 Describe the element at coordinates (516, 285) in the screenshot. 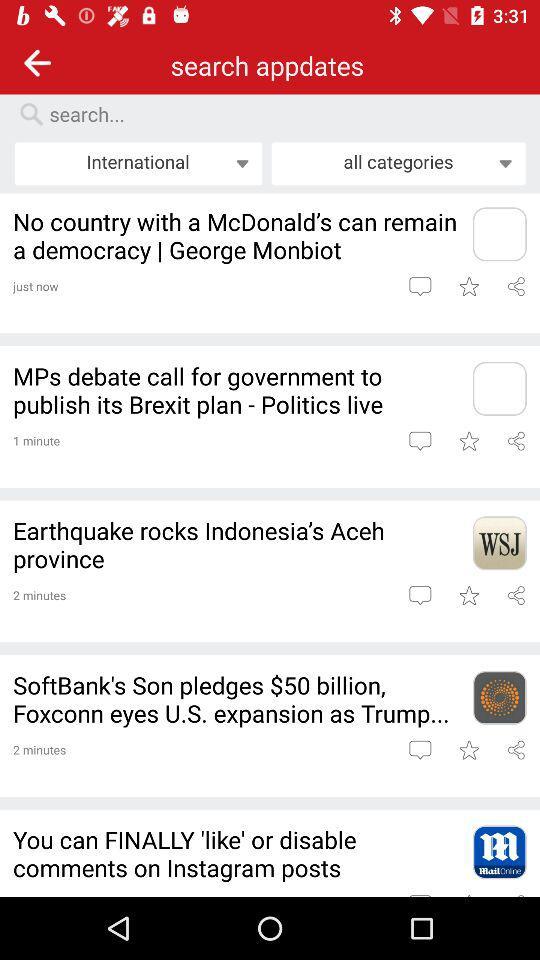

I see `share post` at that location.